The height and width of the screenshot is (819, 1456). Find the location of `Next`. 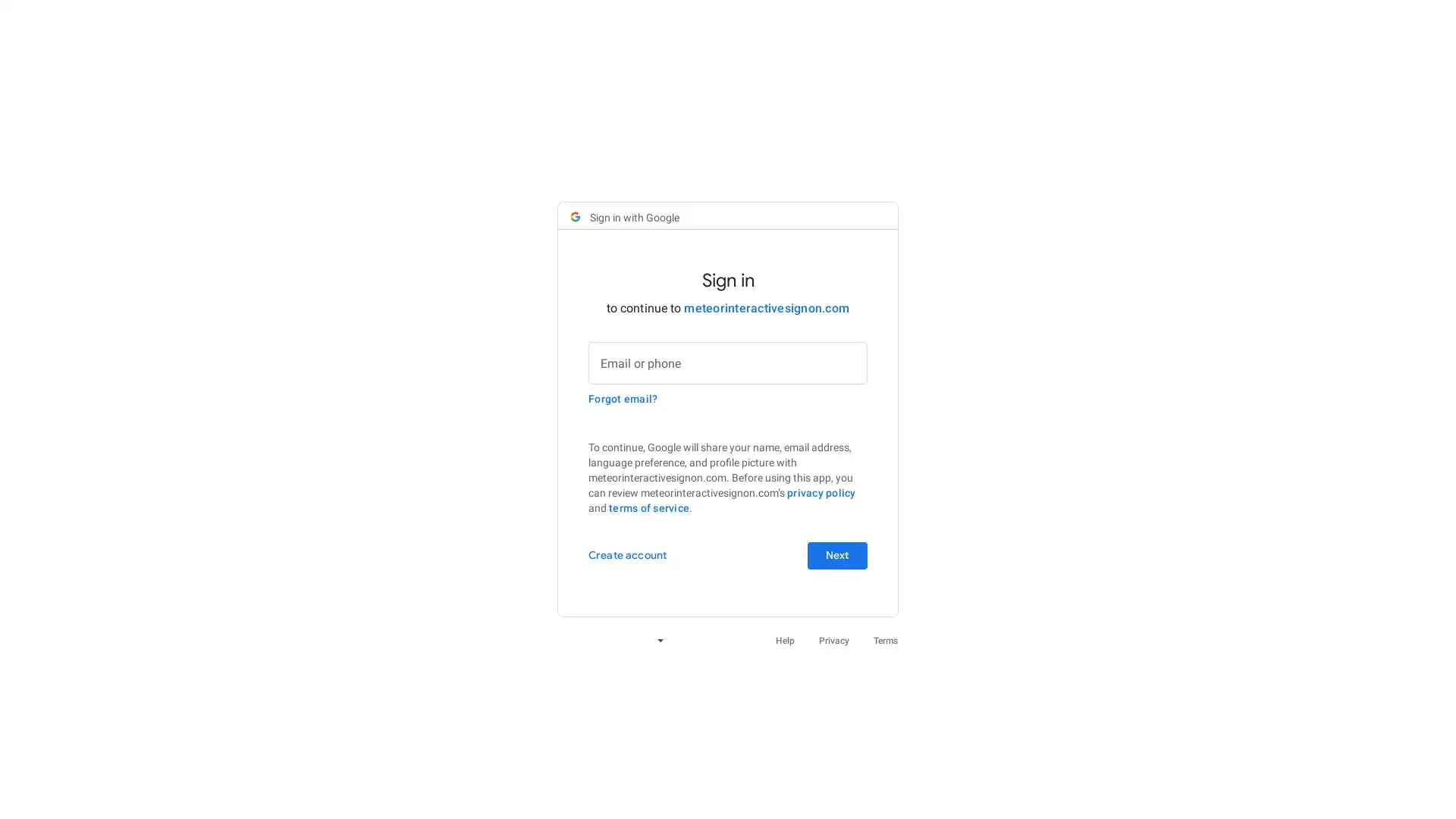

Next is located at coordinates (836, 555).